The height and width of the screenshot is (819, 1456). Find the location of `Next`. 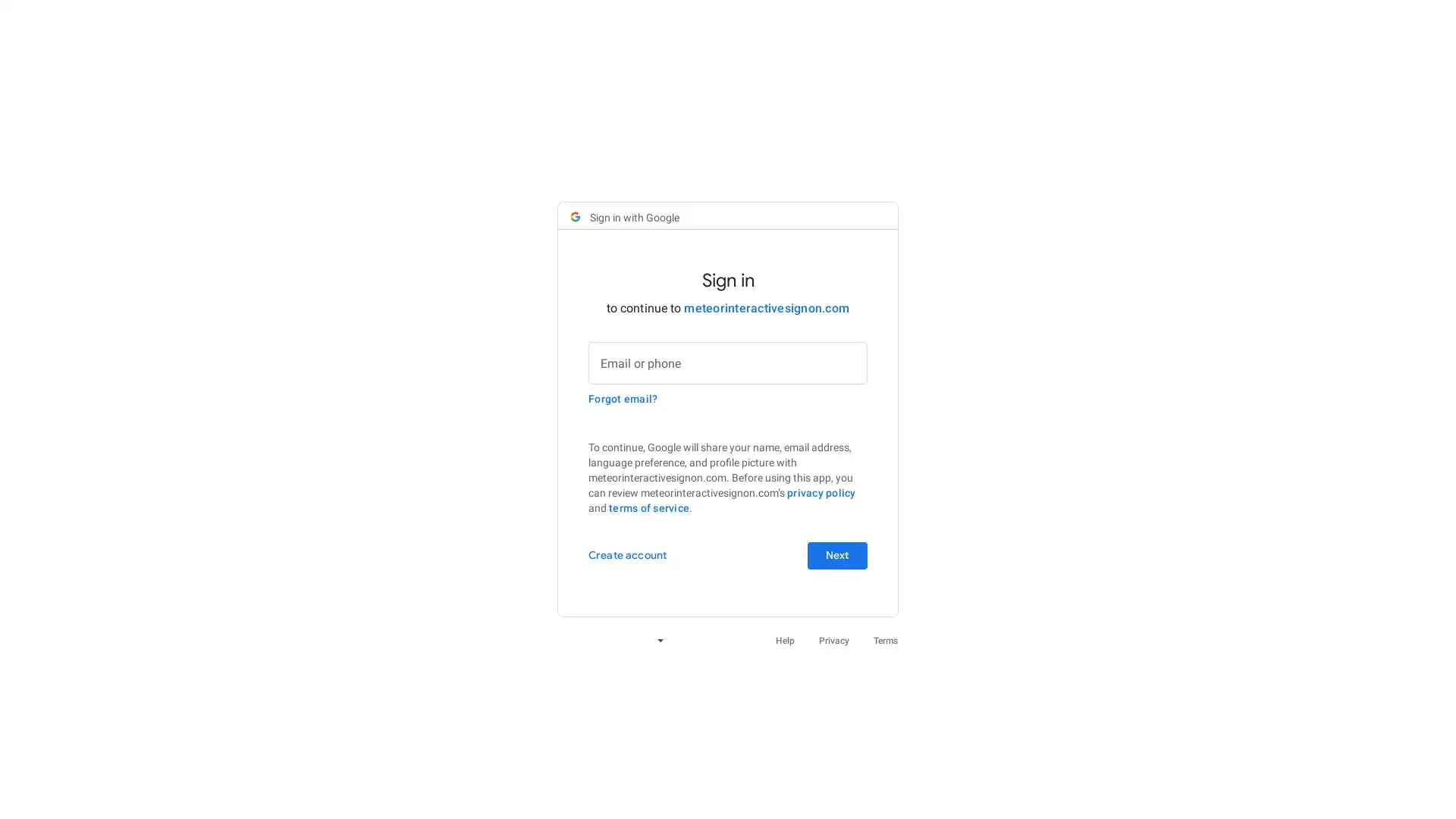

Next is located at coordinates (836, 555).